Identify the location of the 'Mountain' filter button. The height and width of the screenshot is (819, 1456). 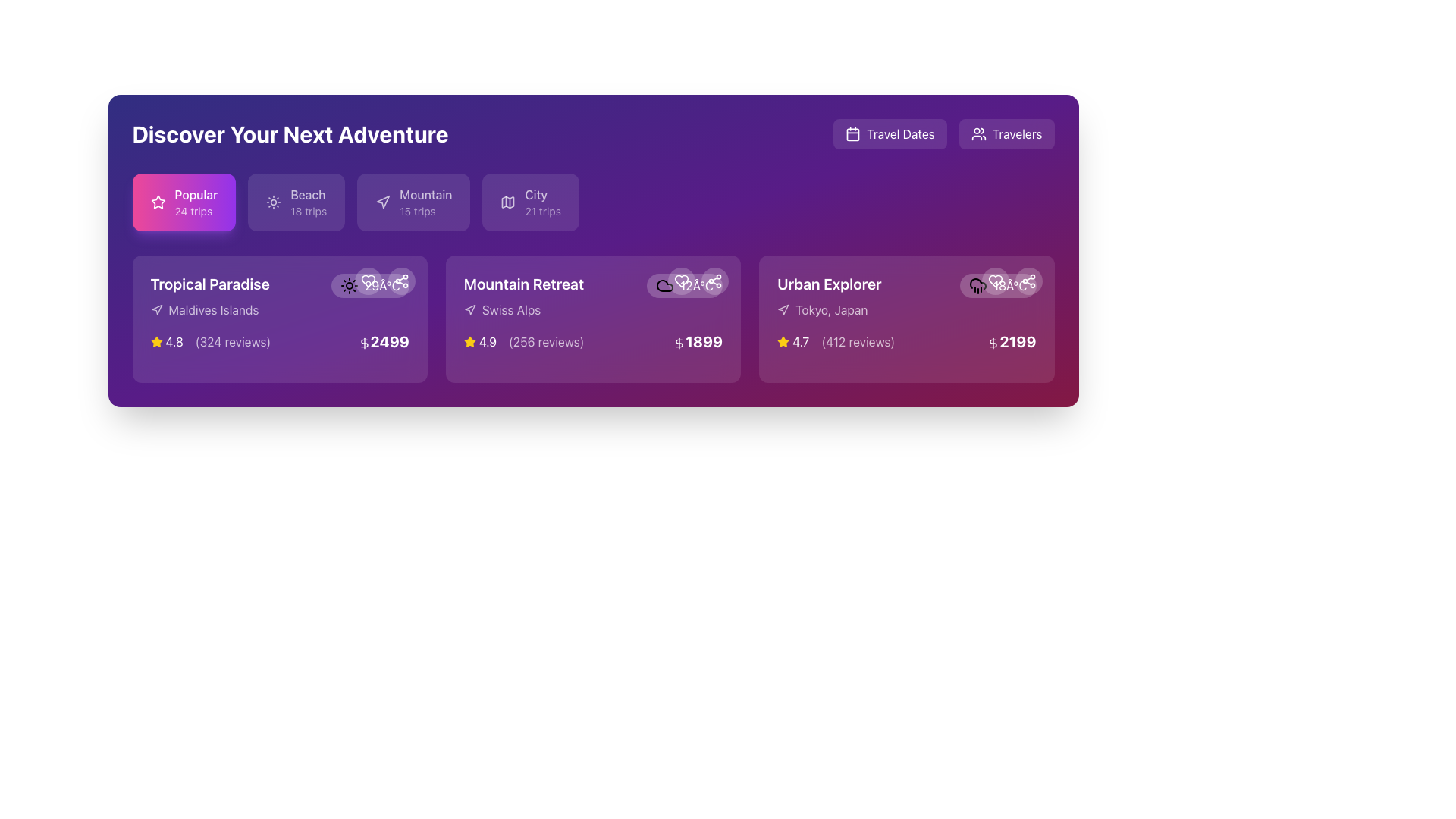
(425, 201).